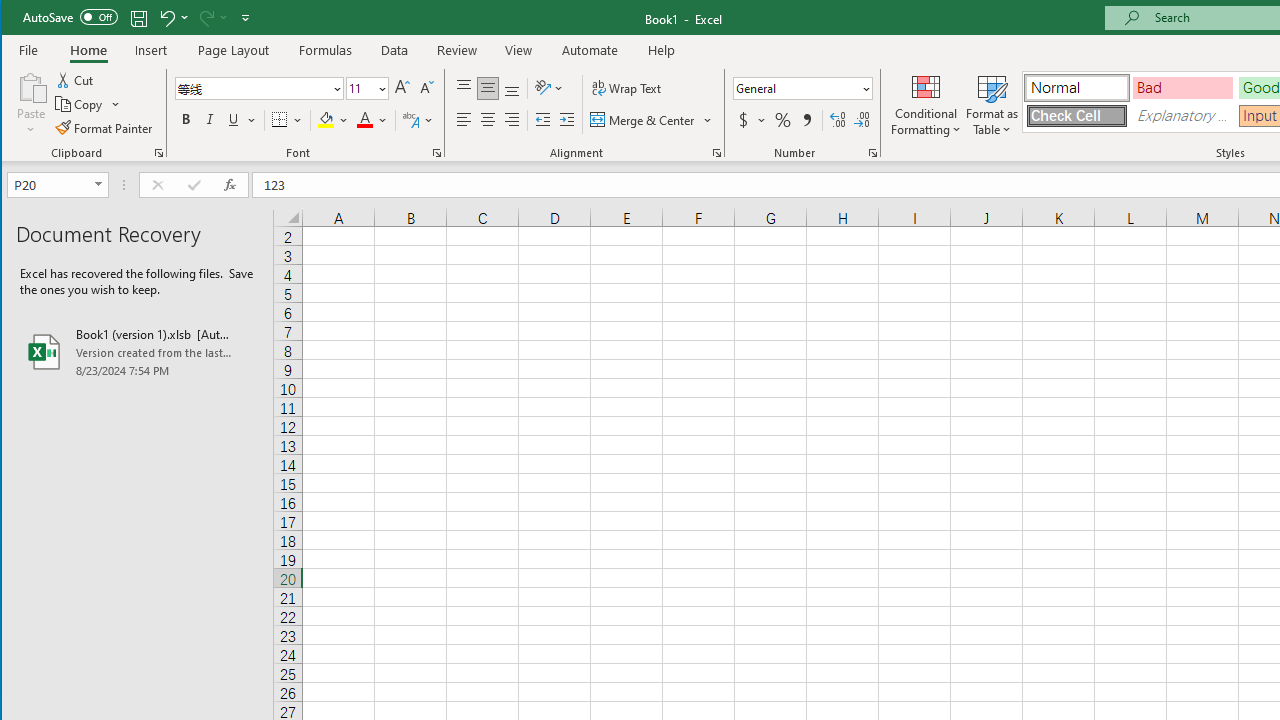 The height and width of the screenshot is (720, 1280). I want to click on 'Top Align', so click(463, 87).